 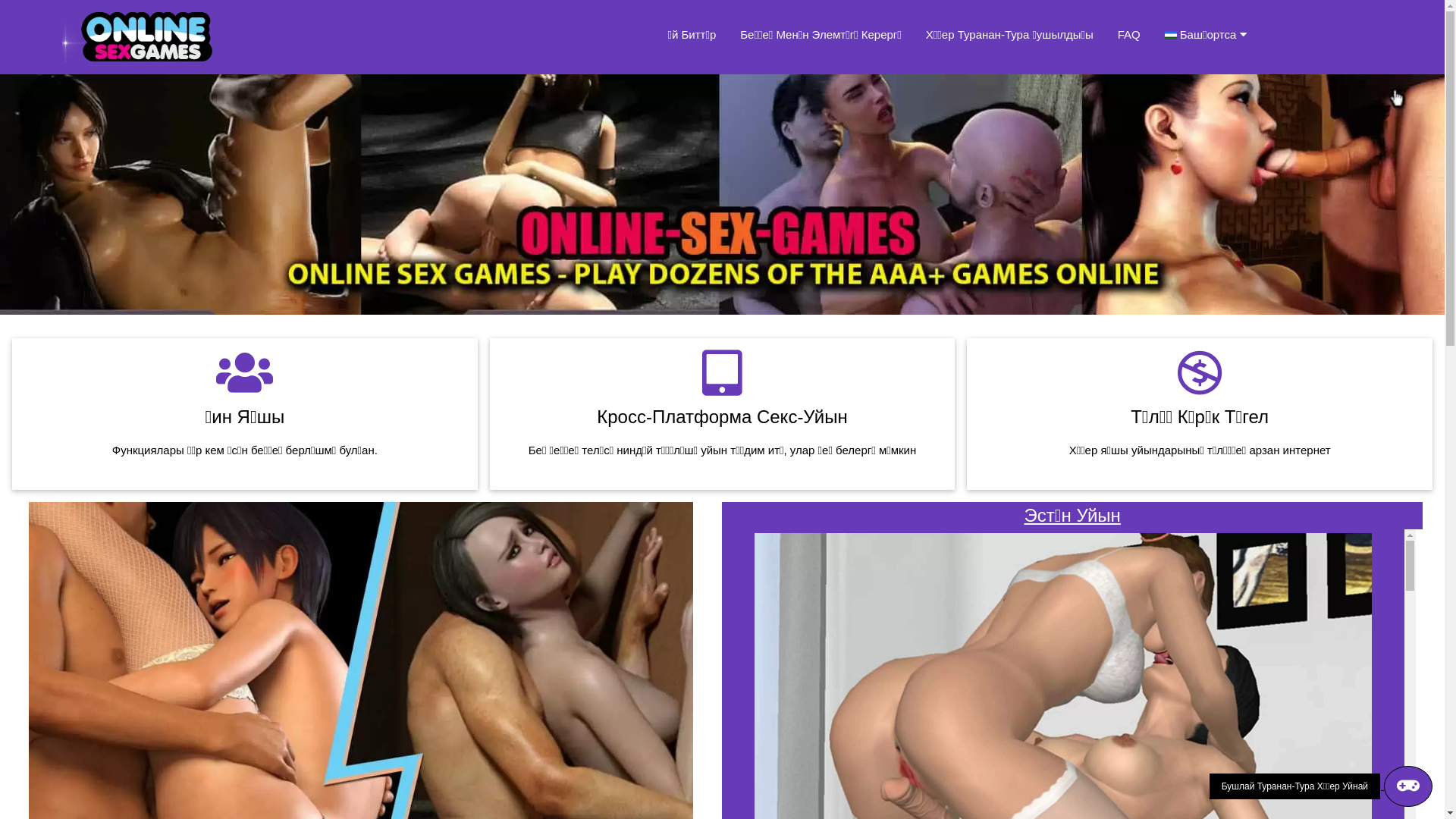 I want to click on 'FAQ', so click(x=1106, y=34).